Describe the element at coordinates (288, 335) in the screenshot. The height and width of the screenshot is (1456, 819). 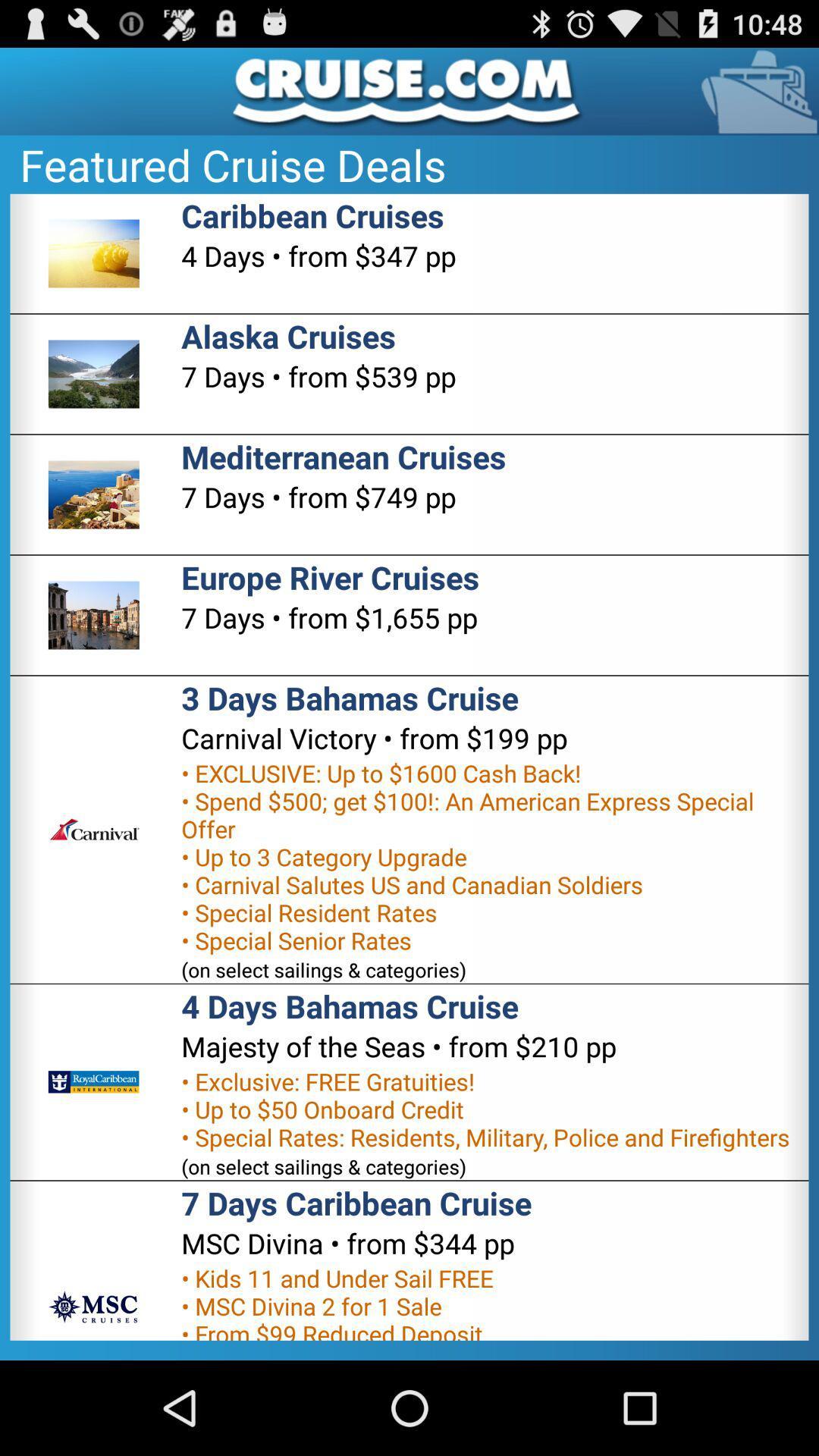
I see `the item above the 7 days from icon` at that location.